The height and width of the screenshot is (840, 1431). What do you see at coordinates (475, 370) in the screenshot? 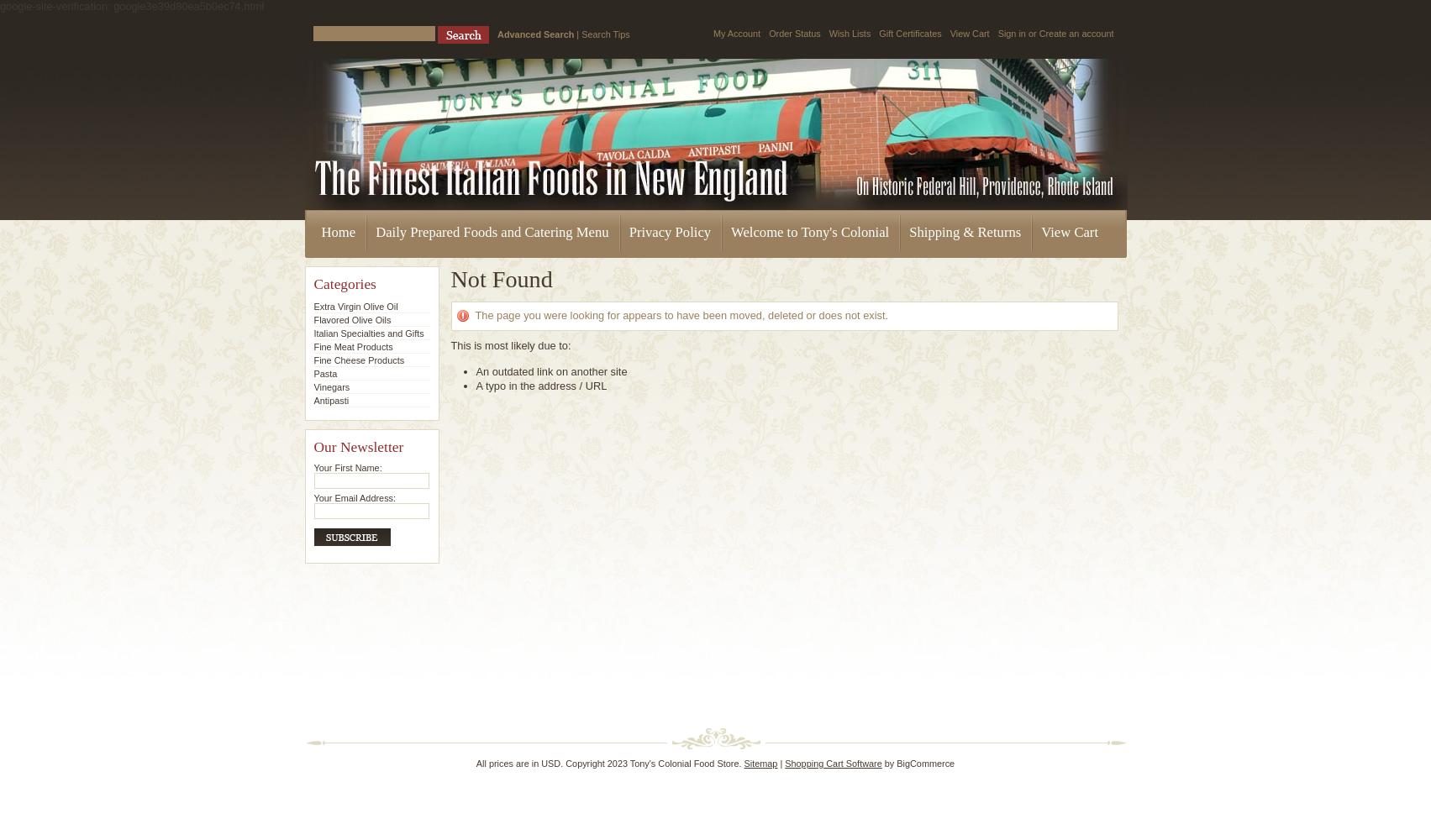
I see `'An outdated link on another site'` at bounding box center [475, 370].